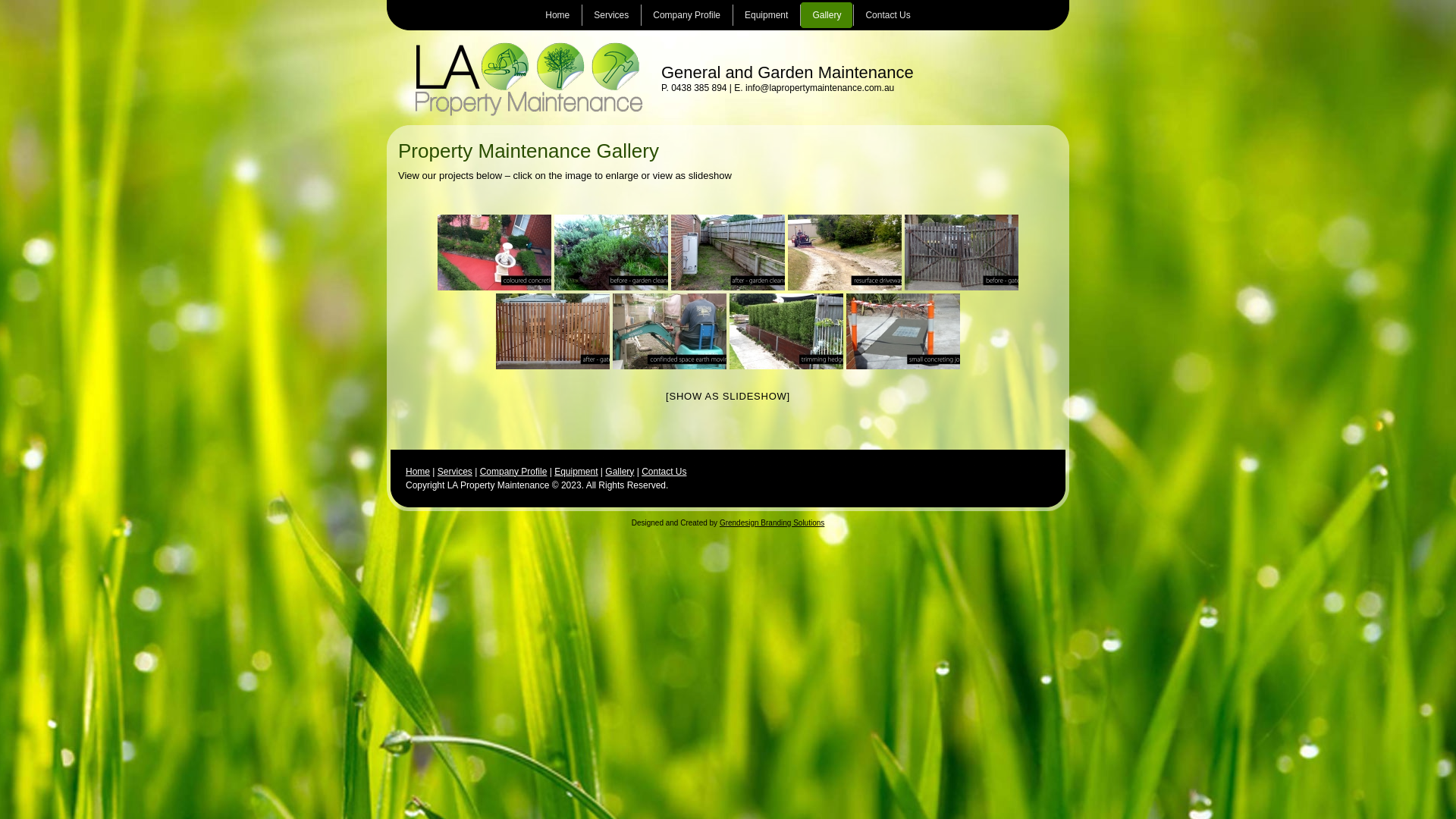  What do you see at coordinates (669, 330) in the screenshot?
I see `'la-property-maintenance-small-space-excavation'` at bounding box center [669, 330].